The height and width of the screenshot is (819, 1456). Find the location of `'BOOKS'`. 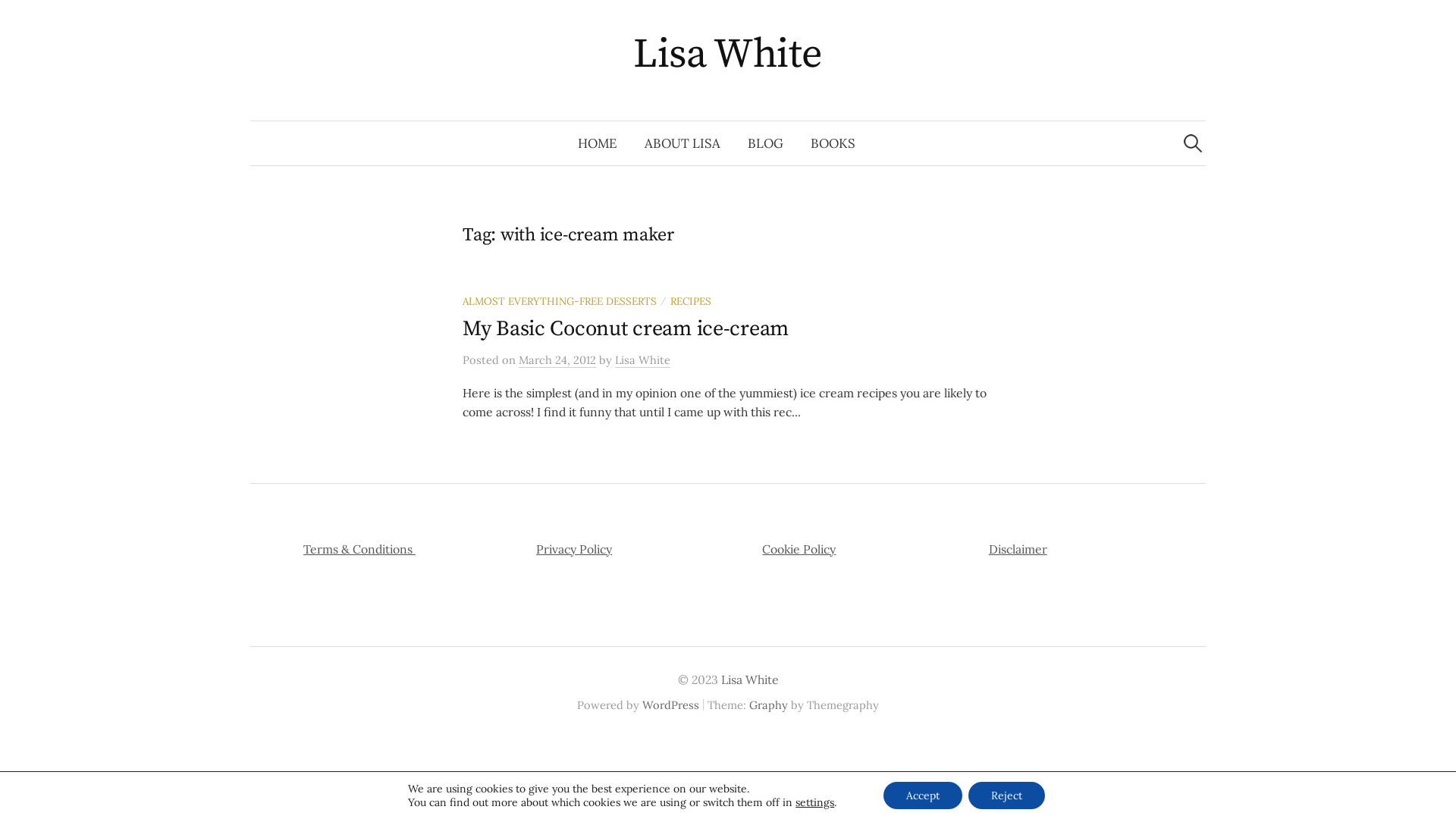

'BOOKS' is located at coordinates (796, 143).